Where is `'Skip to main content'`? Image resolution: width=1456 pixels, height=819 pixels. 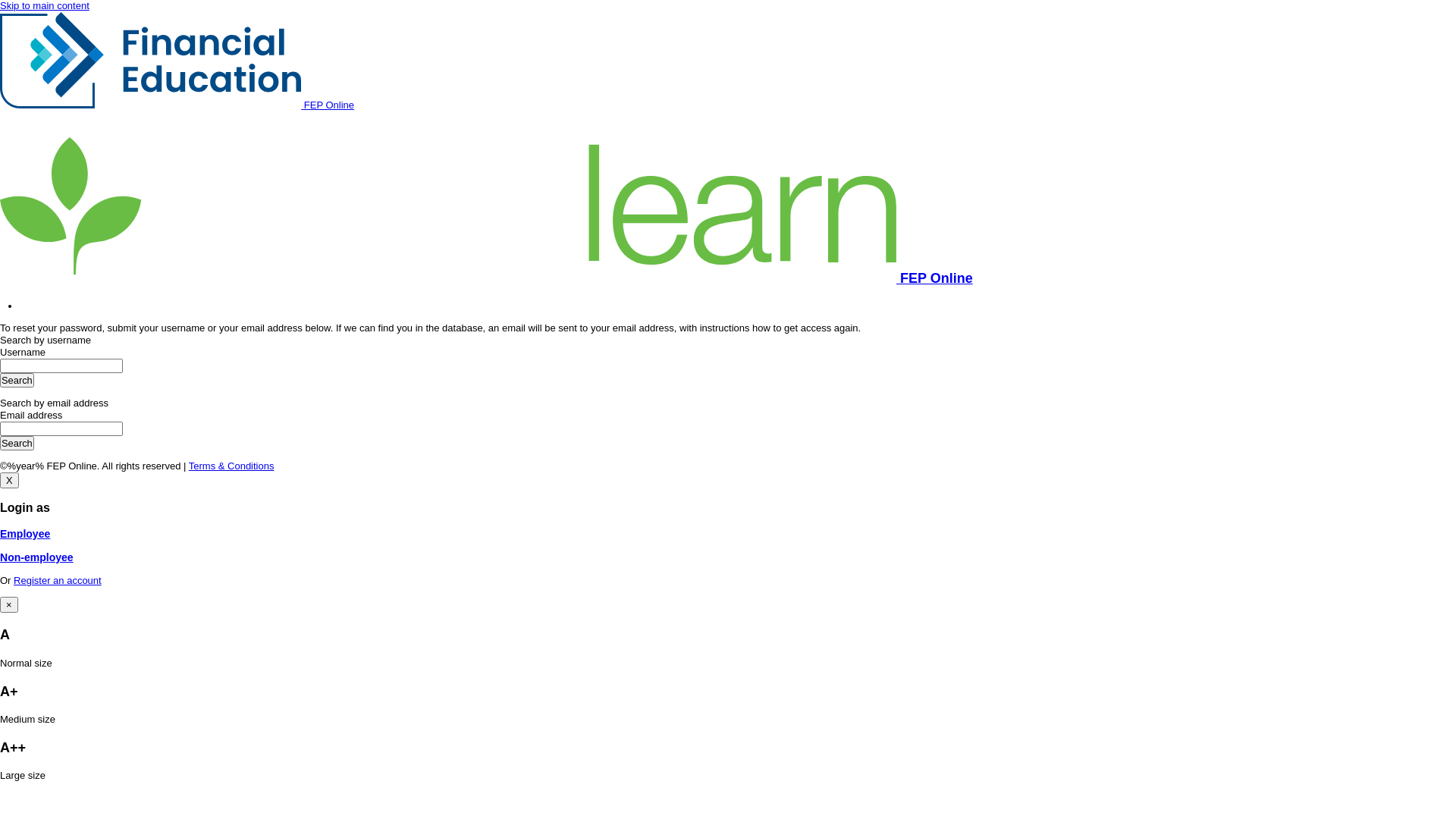
'Skip to main content' is located at coordinates (44, 5).